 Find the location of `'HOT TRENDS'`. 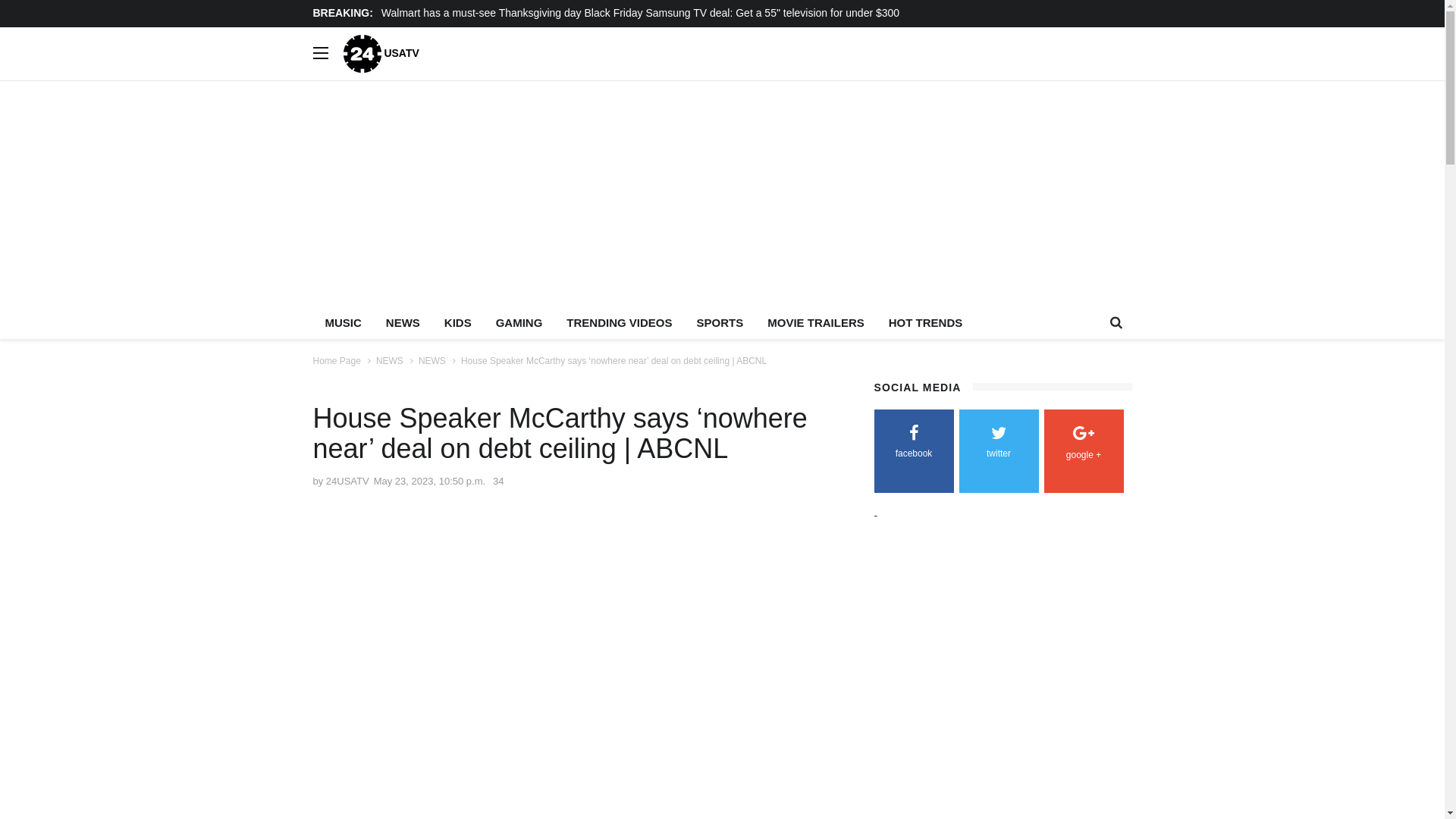

'HOT TRENDS' is located at coordinates (924, 322).